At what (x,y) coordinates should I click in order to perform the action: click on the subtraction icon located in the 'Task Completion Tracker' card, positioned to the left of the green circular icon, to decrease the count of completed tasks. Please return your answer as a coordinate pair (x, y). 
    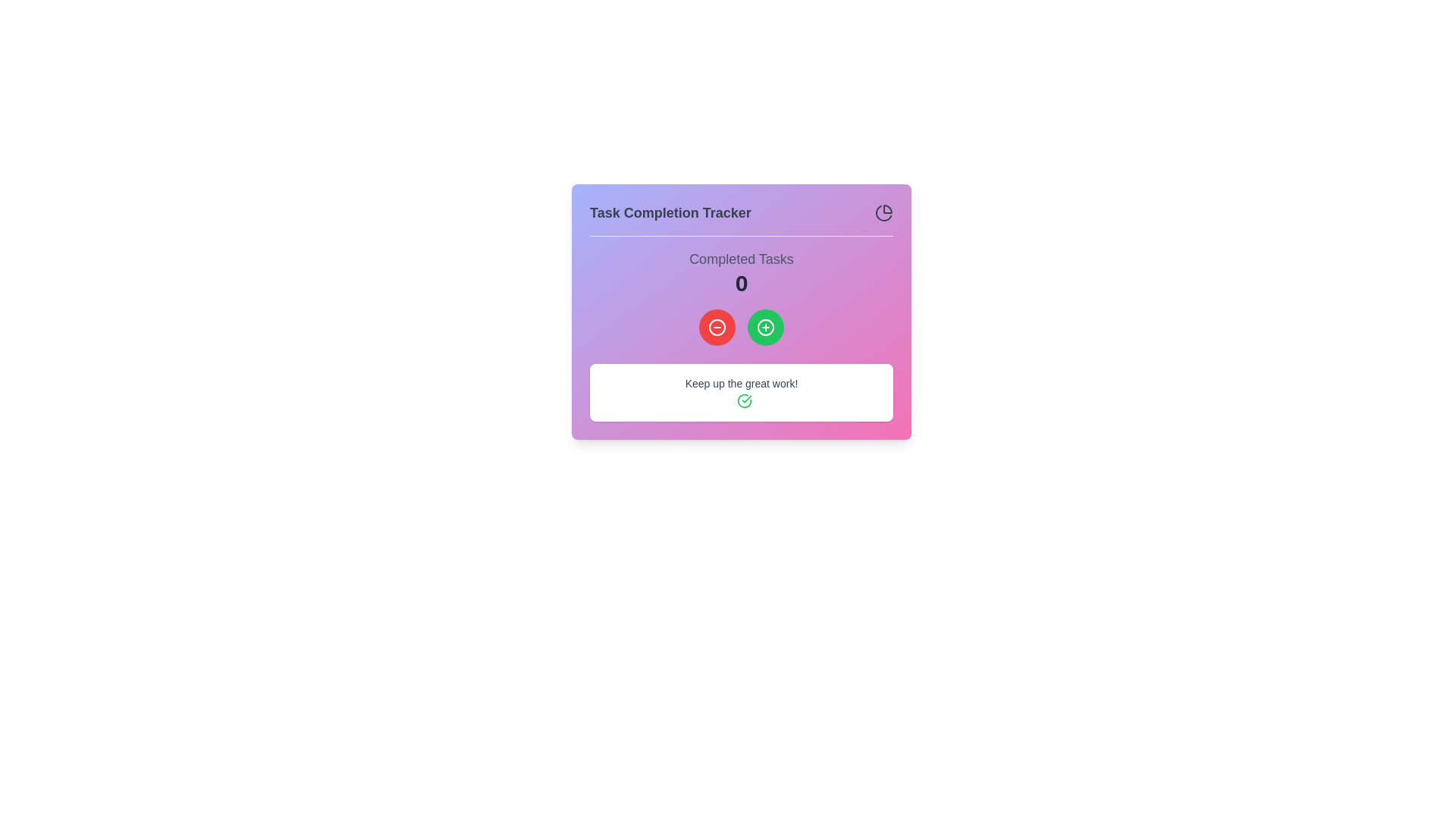
    Looking at the image, I should click on (716, 327).